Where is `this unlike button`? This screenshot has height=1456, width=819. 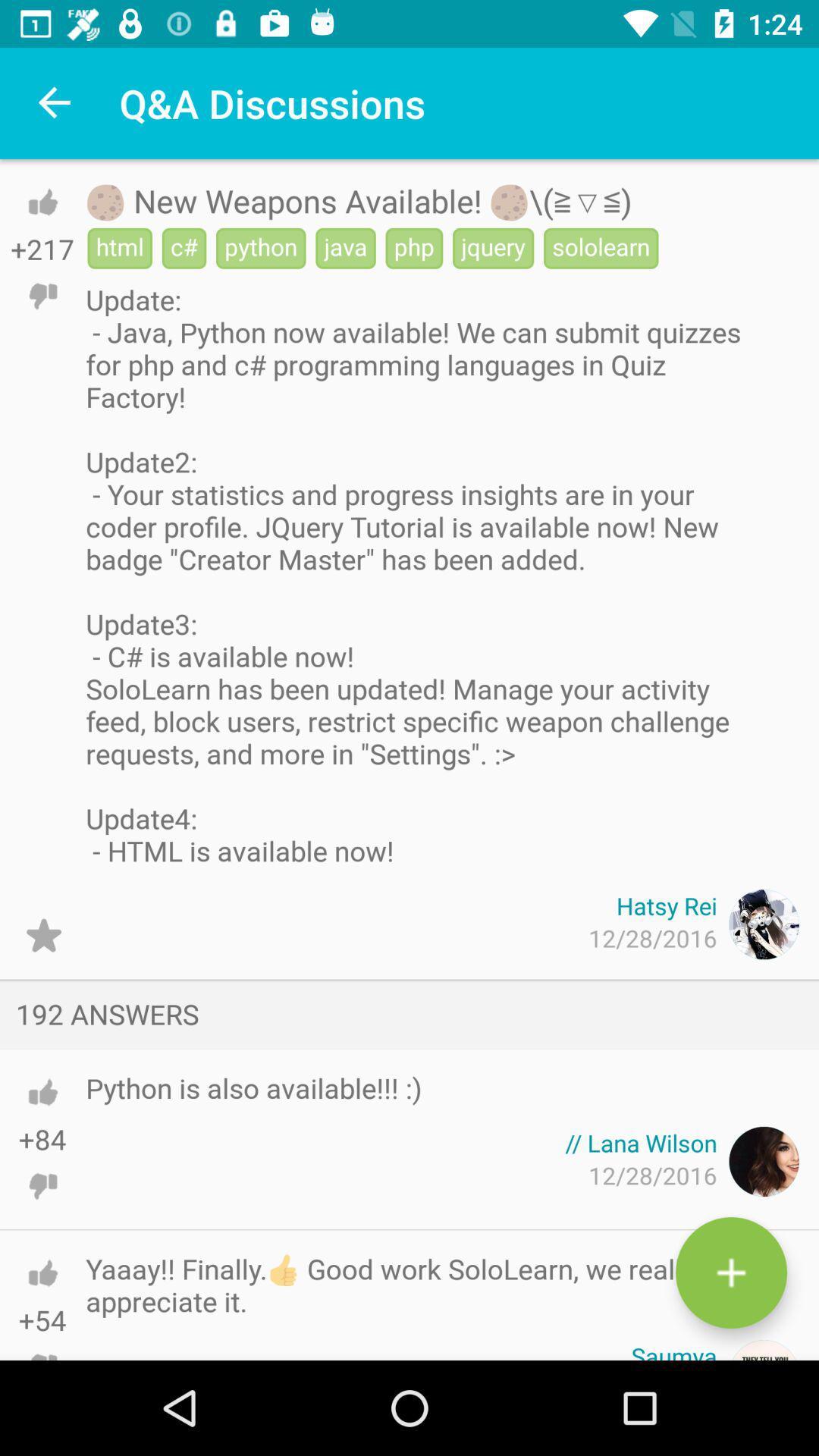
this unlike button is located at coordinates (42, 1185).